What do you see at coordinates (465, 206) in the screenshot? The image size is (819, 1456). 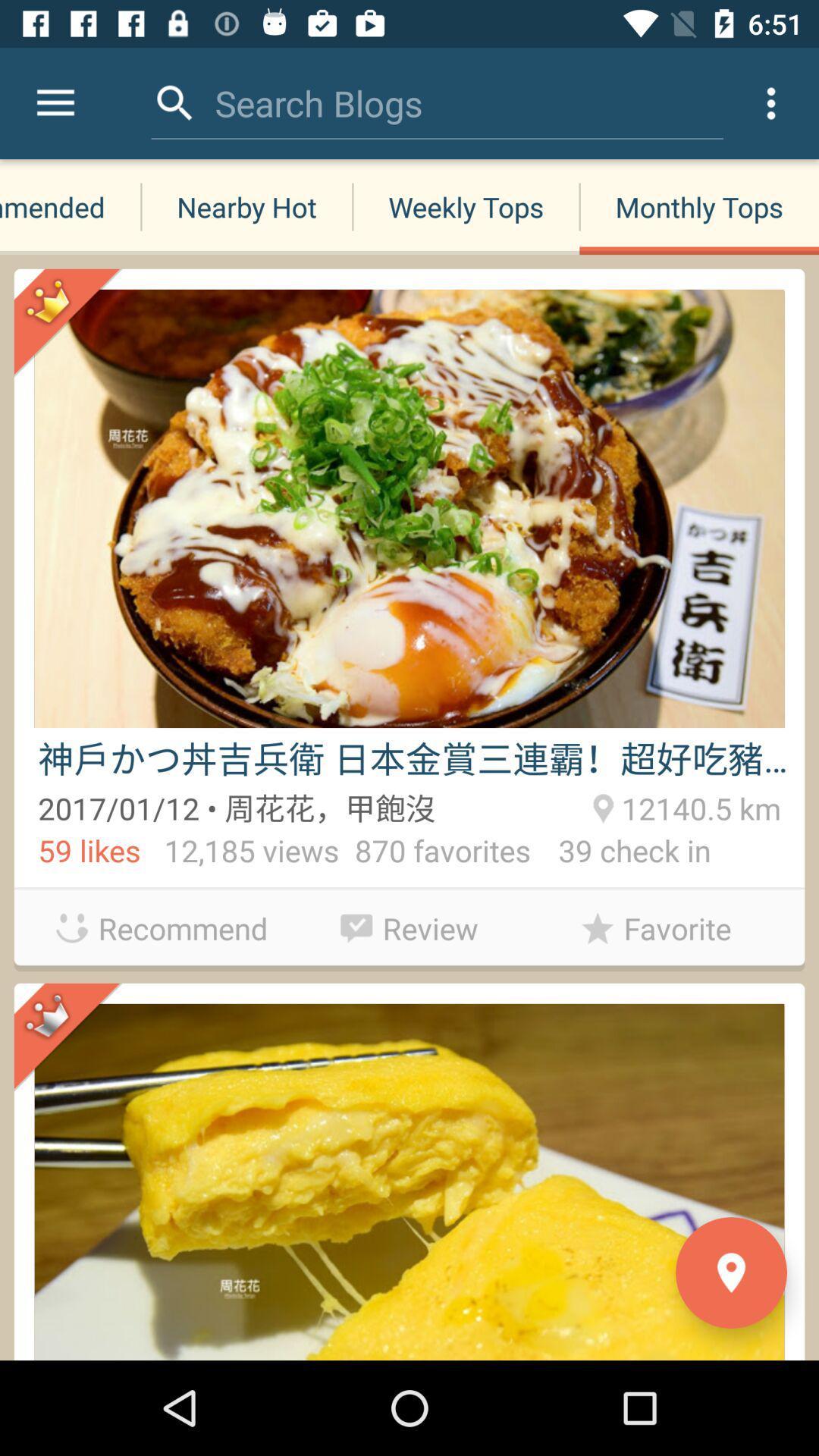 I see `the item to the left of monthly tops item` at bounding box center [465, 206].